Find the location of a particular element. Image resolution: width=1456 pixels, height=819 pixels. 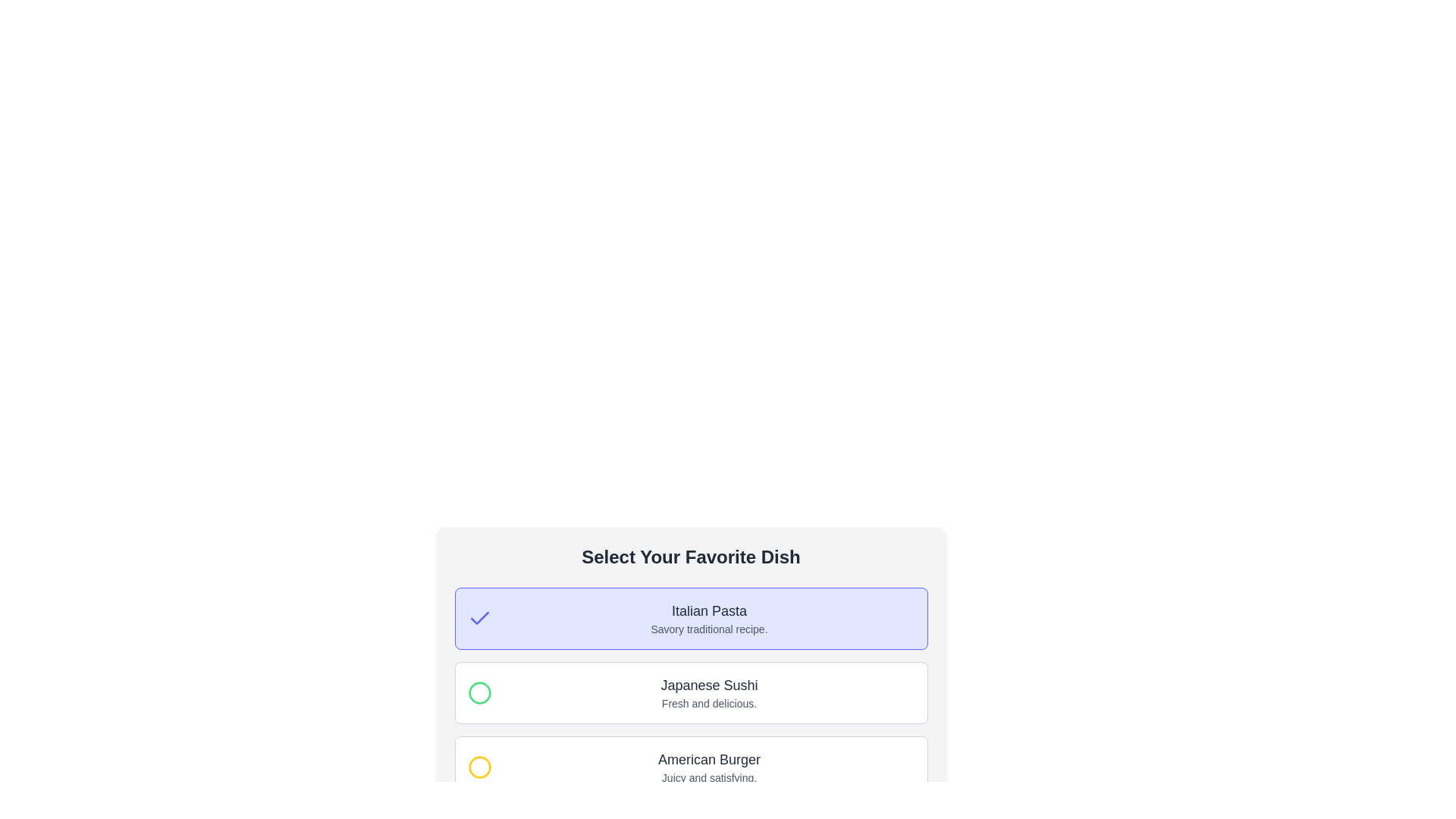

the circular status icon with a green border representing the selection indicator for 'Japanese Sushi' is located at coordinates (479, 693).